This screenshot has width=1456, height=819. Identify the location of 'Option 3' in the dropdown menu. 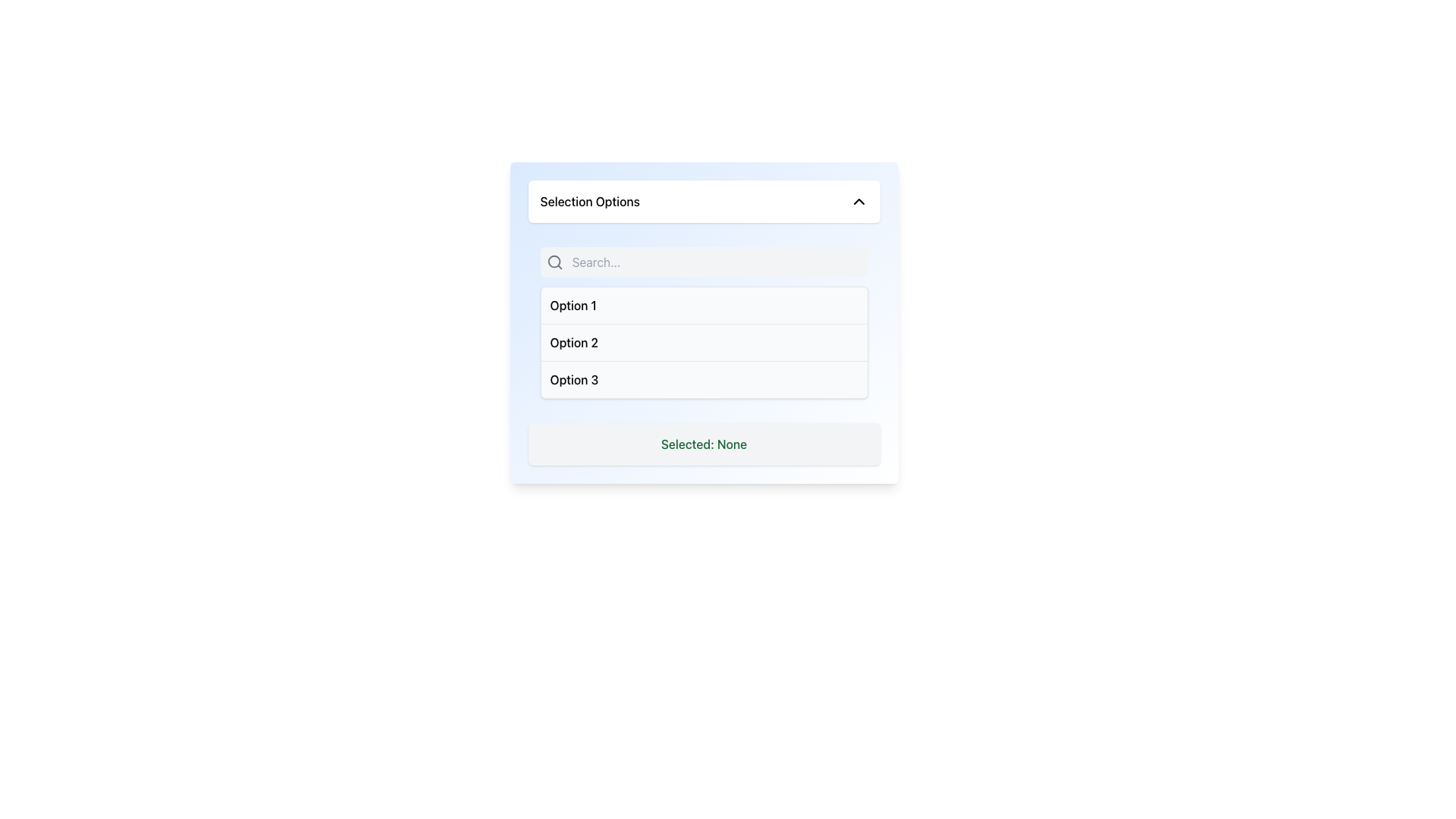
(703, 378).